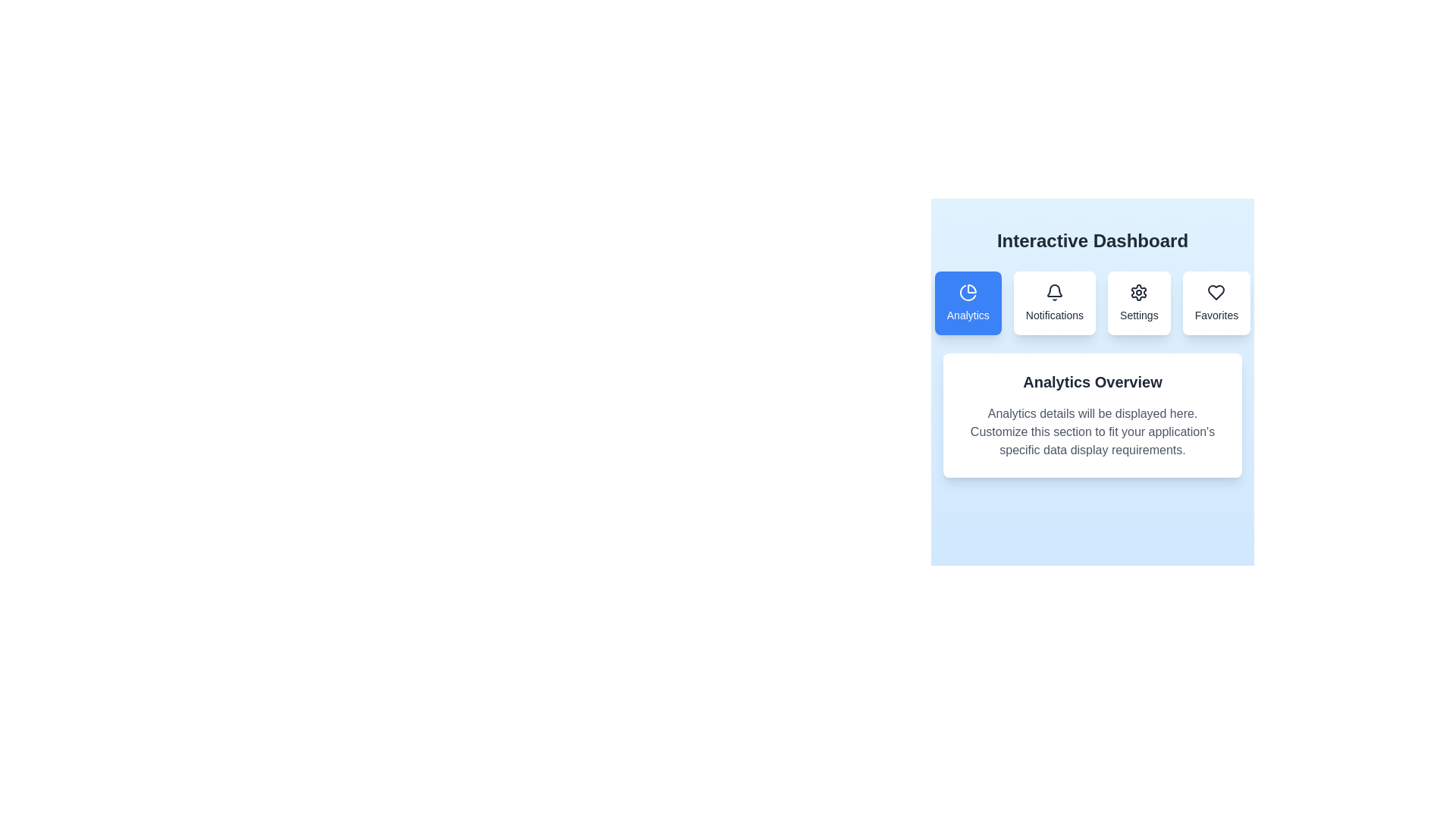 This screenshot has height=819, width=1456. I want to click on the gear icon representing the settings functionality located at the center-top of the 'Settings' button in the Interactive Dashboard interface, so click(1139, 292).